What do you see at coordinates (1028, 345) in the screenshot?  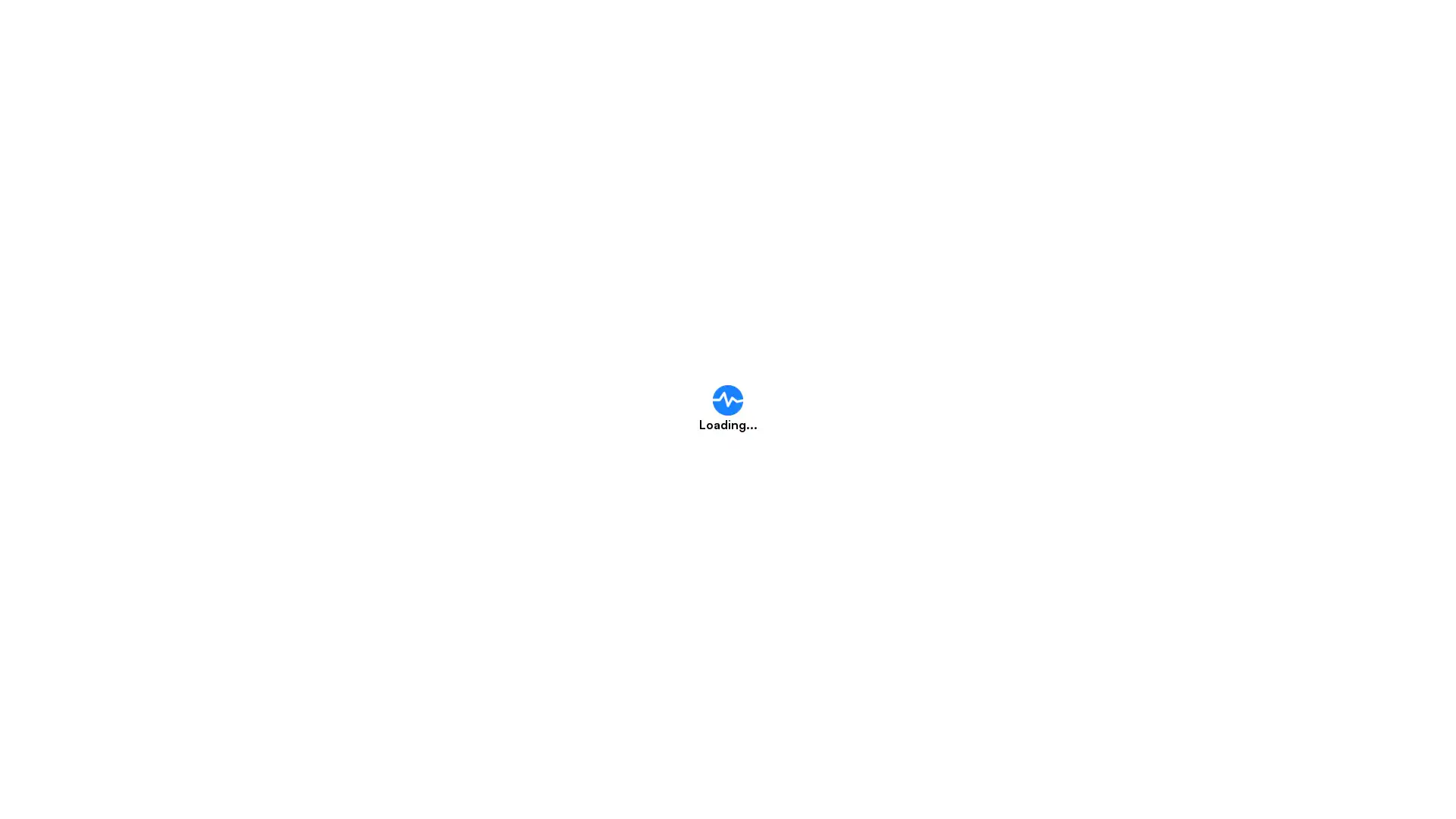 I see `GO` at bounding box center [1028, 345].